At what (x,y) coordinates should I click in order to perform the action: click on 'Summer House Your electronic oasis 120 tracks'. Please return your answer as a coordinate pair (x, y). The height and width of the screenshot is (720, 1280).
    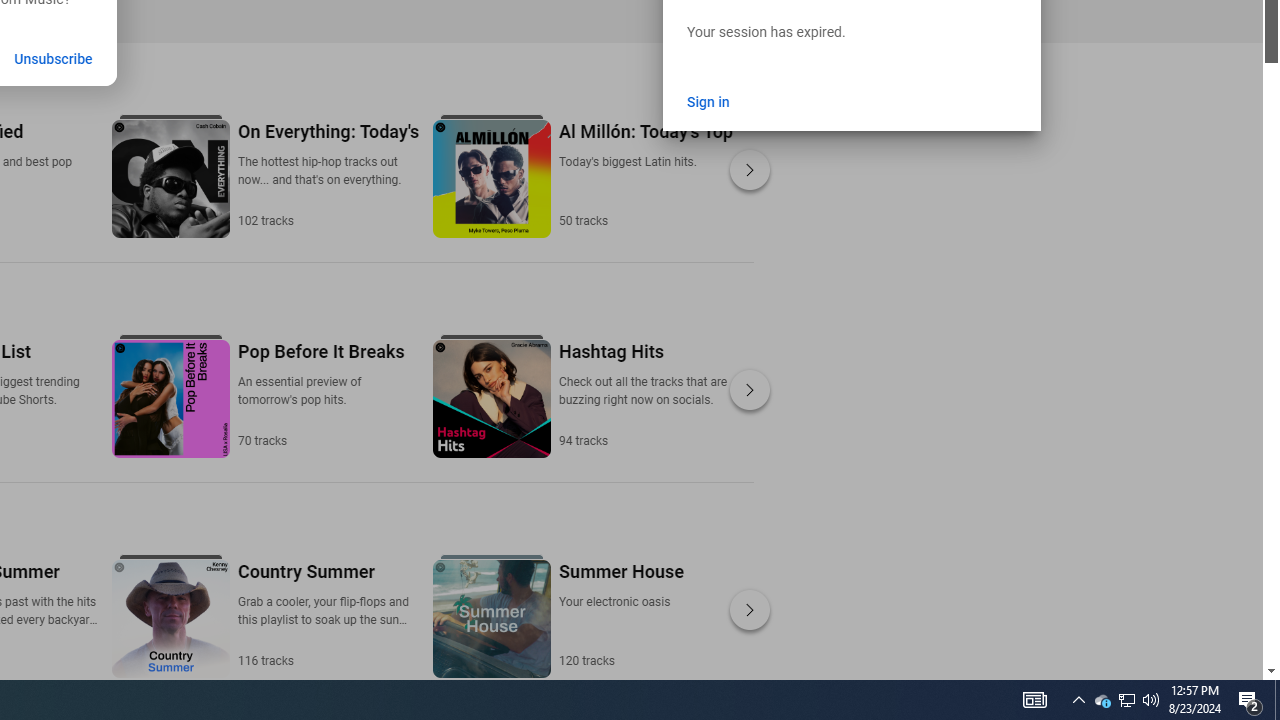
    Looking at the image, I should click on (619, 613).